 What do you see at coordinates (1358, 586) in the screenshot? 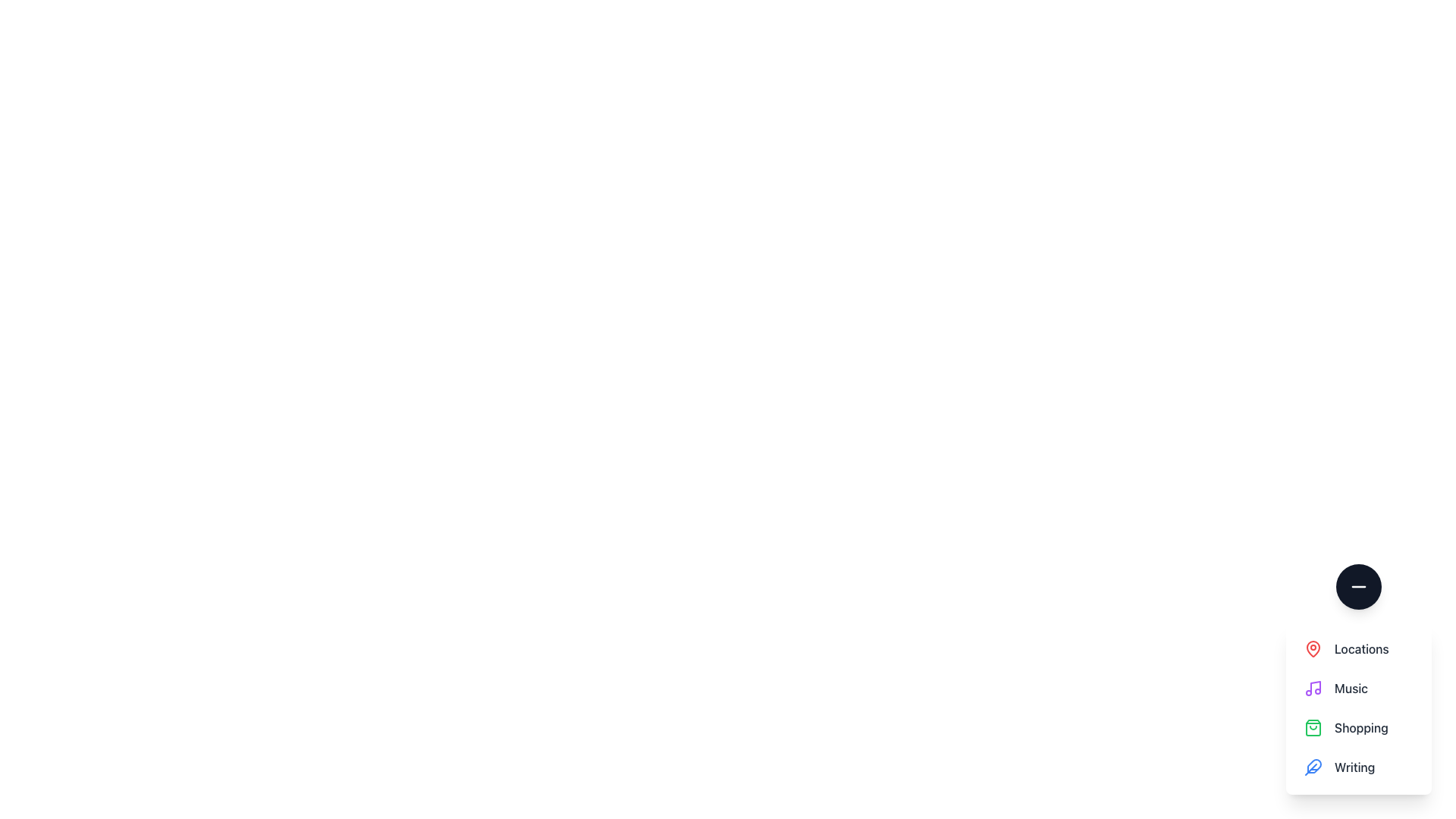
I see `the minus icon within the circular button located at the top of the vertical menu for toggling features` at bounding box center [1358, 586].